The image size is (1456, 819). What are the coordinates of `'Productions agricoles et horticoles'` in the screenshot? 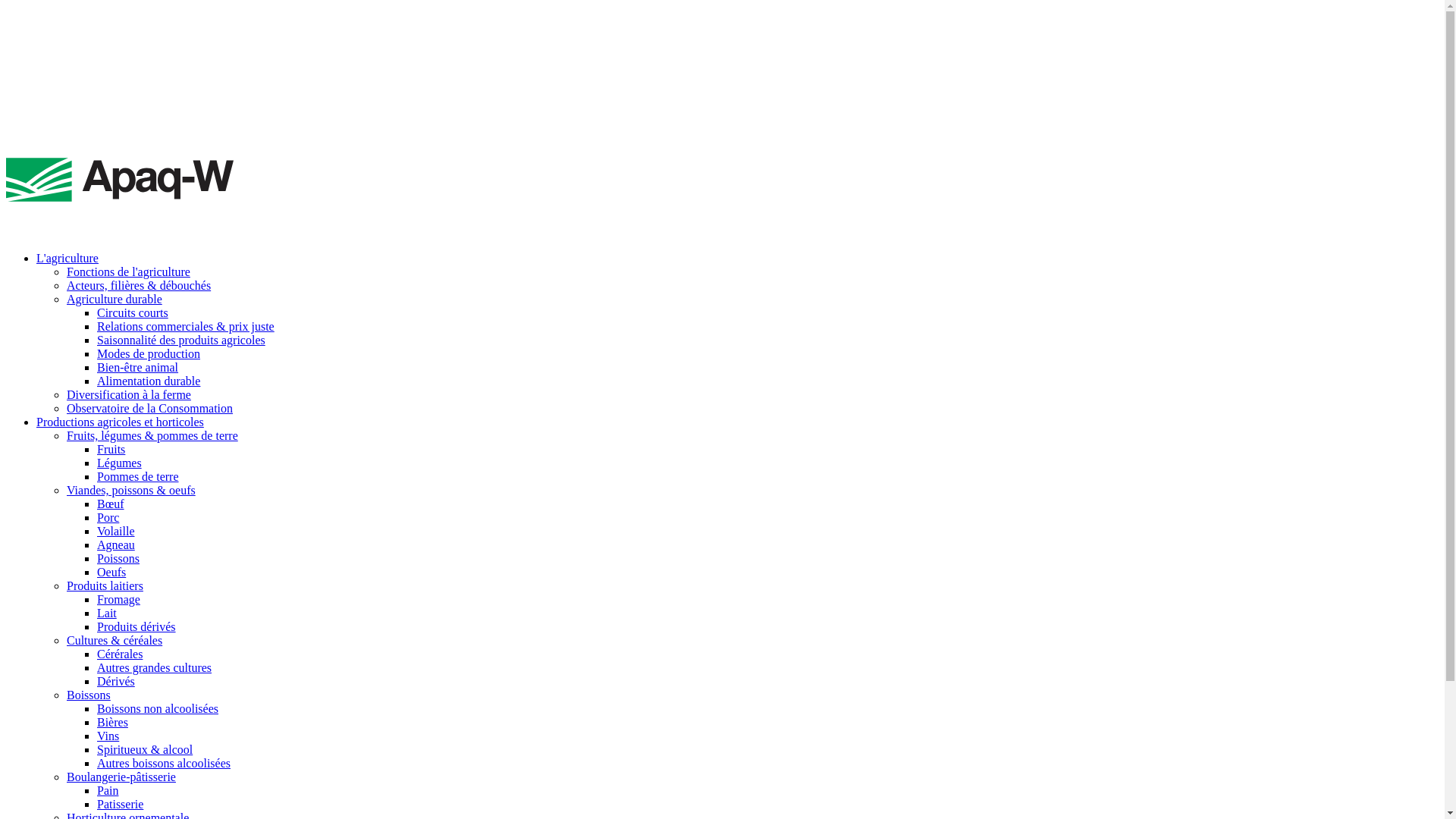 It's located at (119, 422).